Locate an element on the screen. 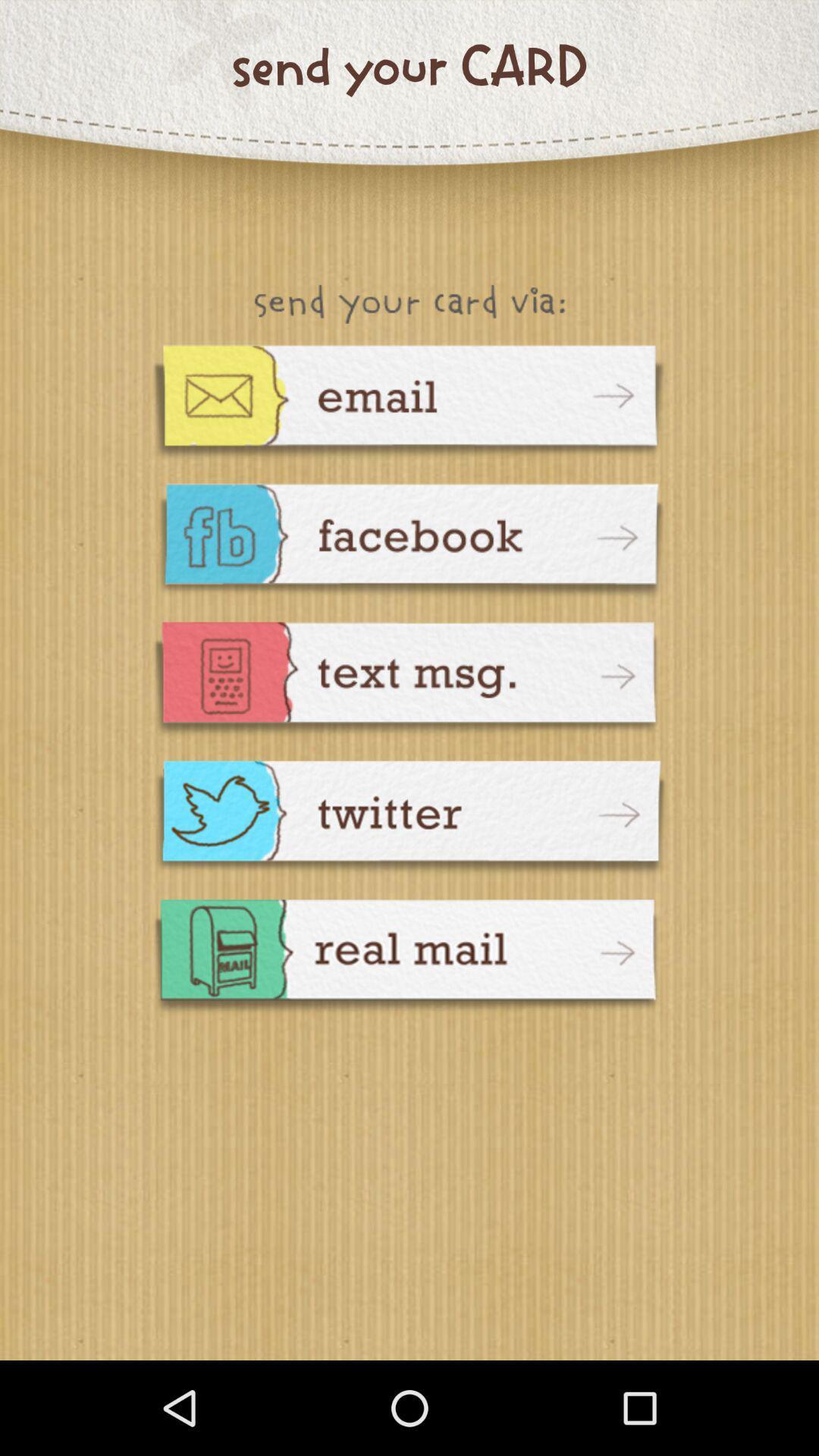  send card via text message is located at coordinates (409, 680).